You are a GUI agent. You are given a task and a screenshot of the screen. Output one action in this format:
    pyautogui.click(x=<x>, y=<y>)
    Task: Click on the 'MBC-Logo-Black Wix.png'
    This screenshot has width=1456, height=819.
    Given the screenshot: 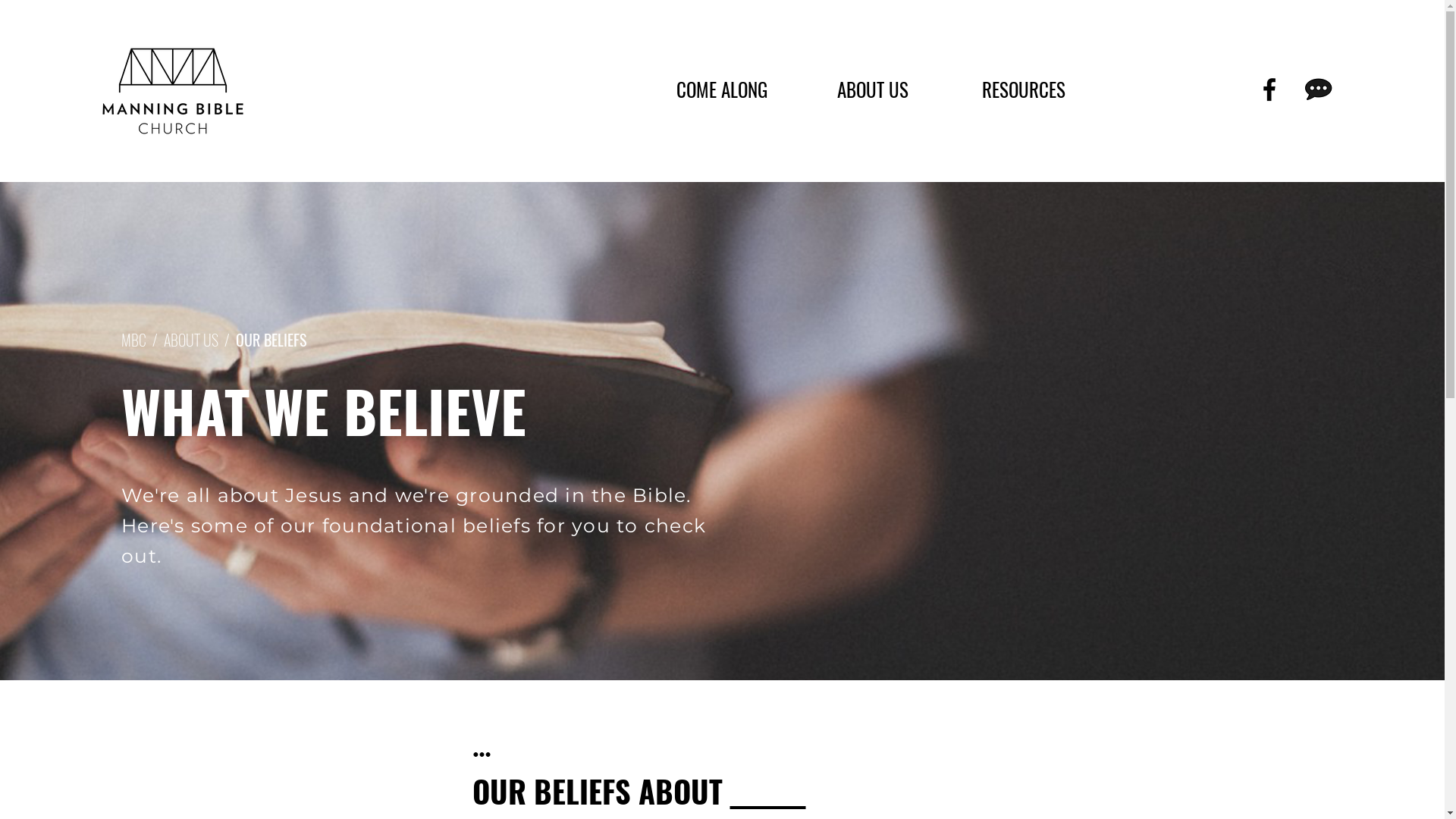 What is the action you would take?
    pyautogui.click(x=99, y=90)
    